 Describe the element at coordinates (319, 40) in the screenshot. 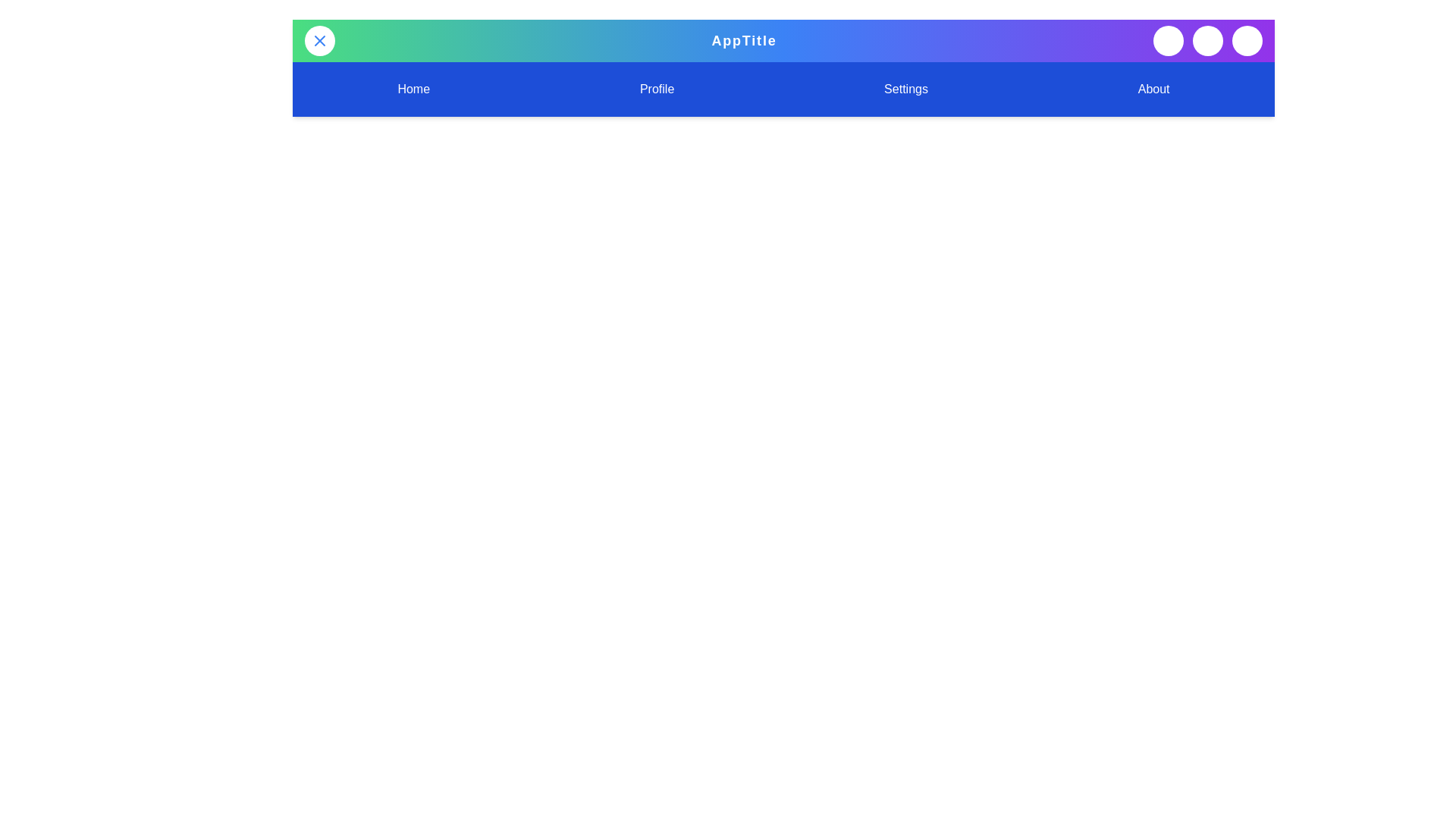

I see `menu toggle button to toggle the menu visibility` at that location.